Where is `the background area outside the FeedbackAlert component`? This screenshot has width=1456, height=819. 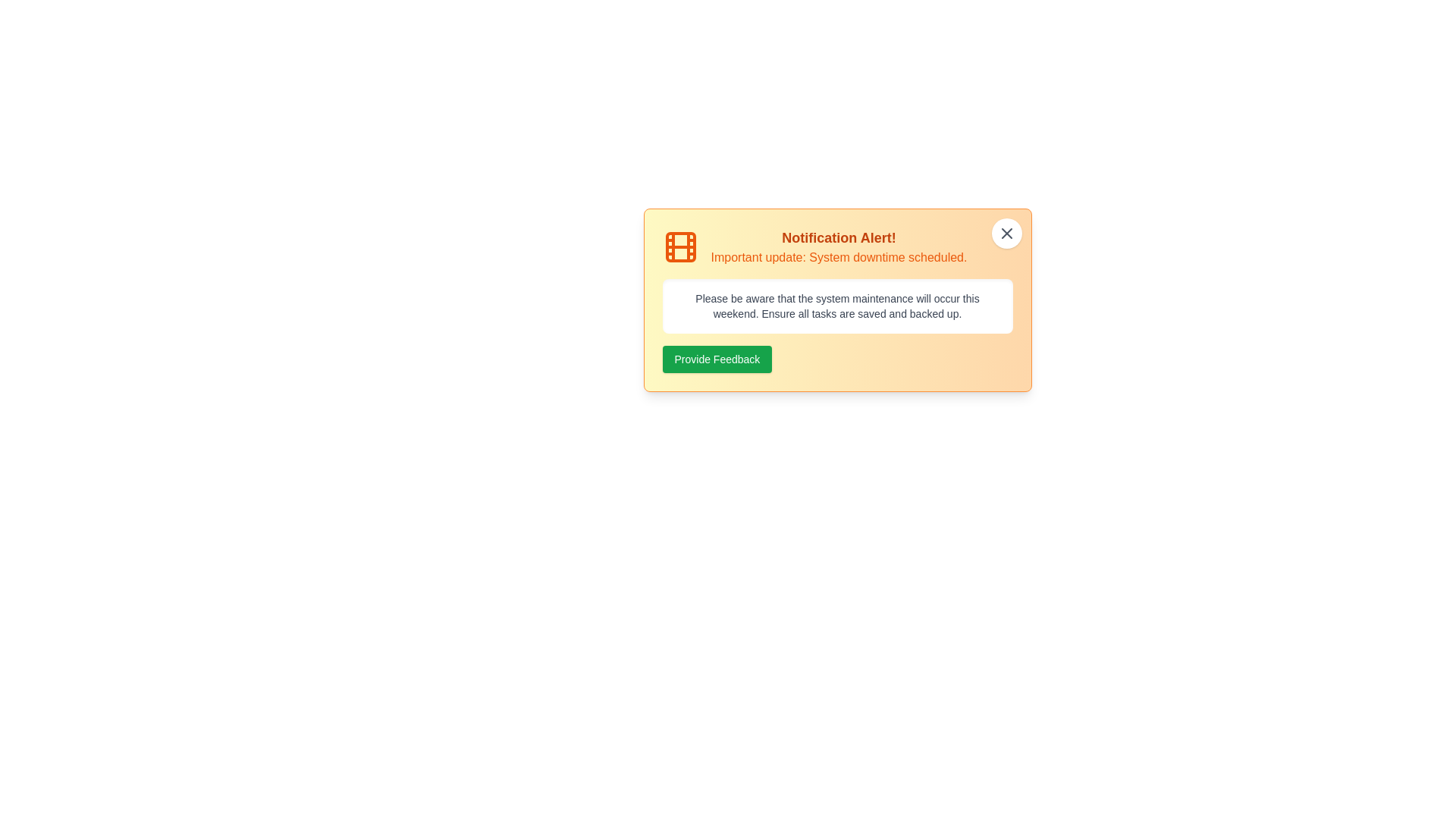
the background area outside the FeedbackAlert component is located at coordinates (75, 76).